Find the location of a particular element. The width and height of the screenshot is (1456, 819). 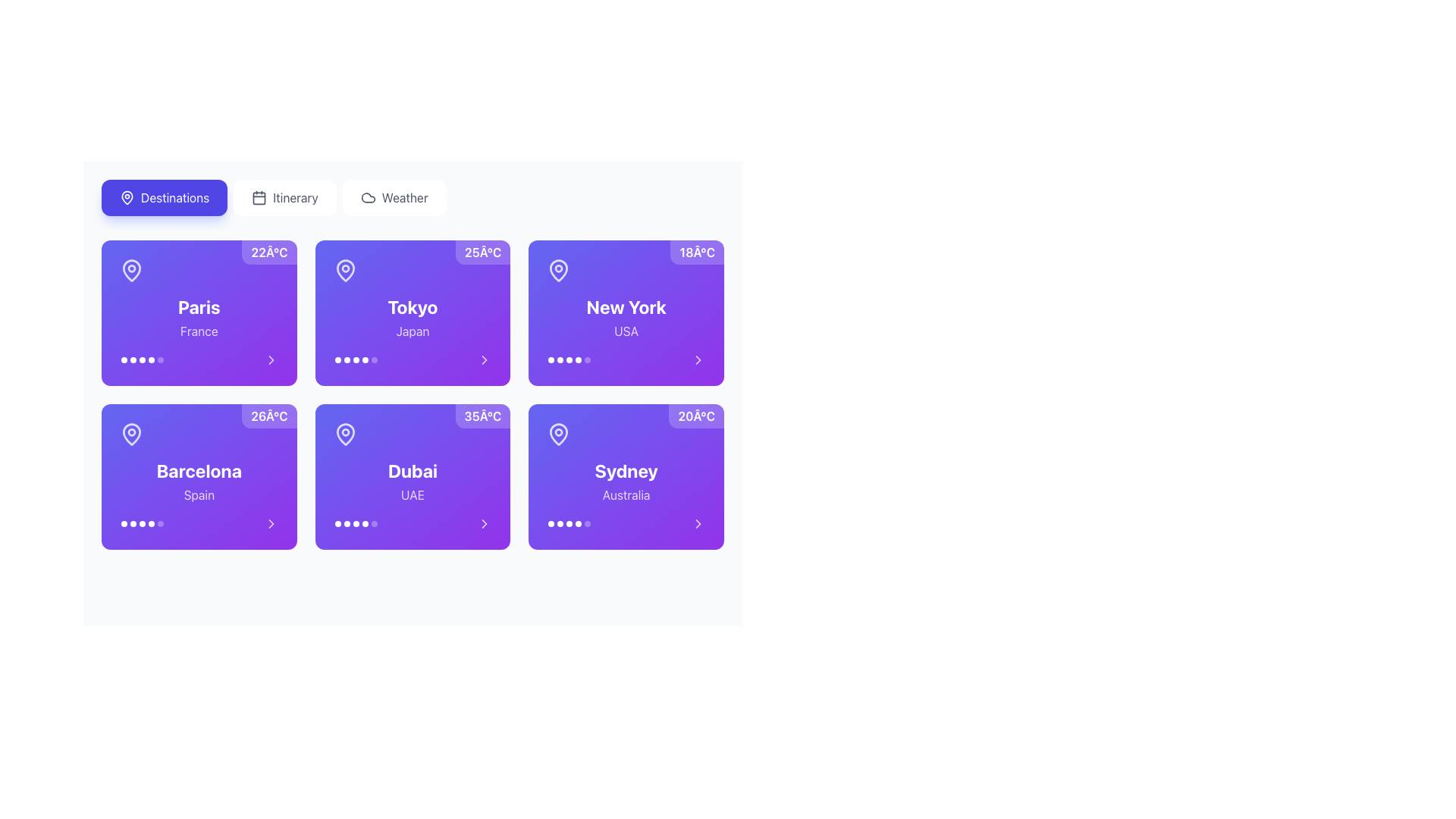

the geographical location marker icon representing 'Tokyo, Japan' located at the top-center inside the card in the second column of the first row of the grid is located at coordinates (344, 270).